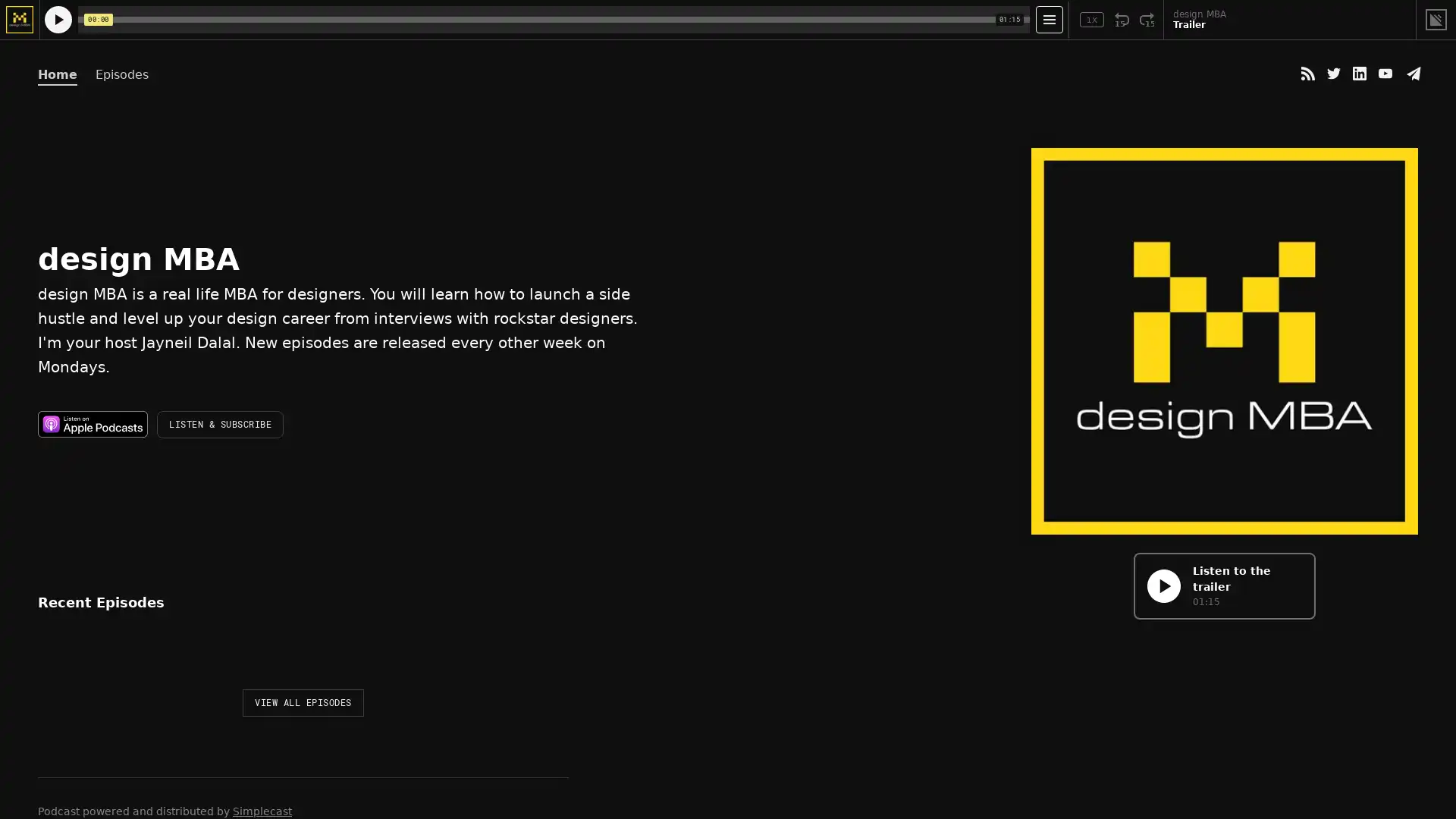 The image size is (1456, 819). I want to click on Toggle Speed: Current Speed 1x, so click(1092, 20).